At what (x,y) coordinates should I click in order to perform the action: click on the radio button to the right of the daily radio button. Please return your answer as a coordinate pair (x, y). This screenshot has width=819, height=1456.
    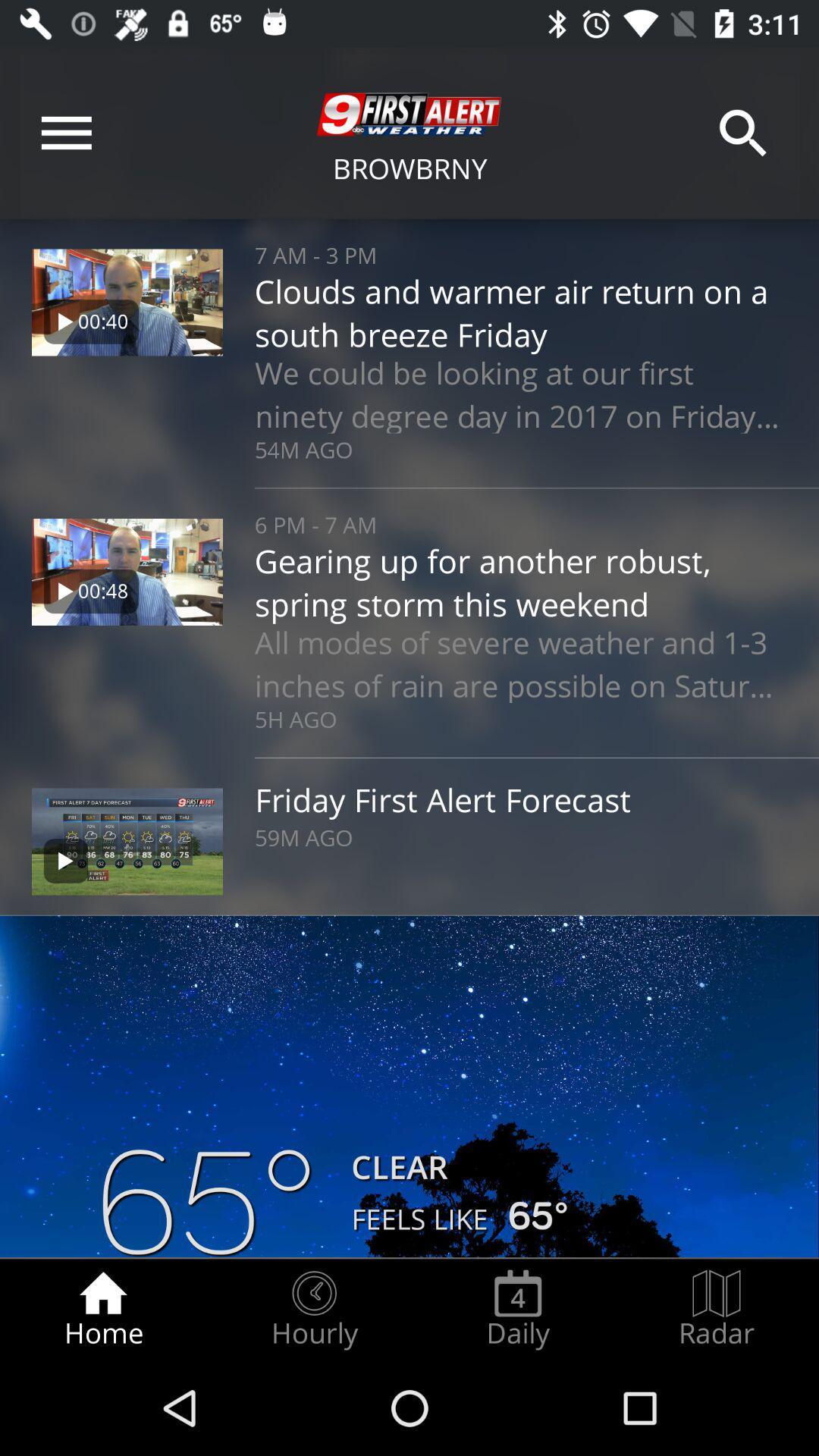
    Looking at the image, I should click on (717, 1309).